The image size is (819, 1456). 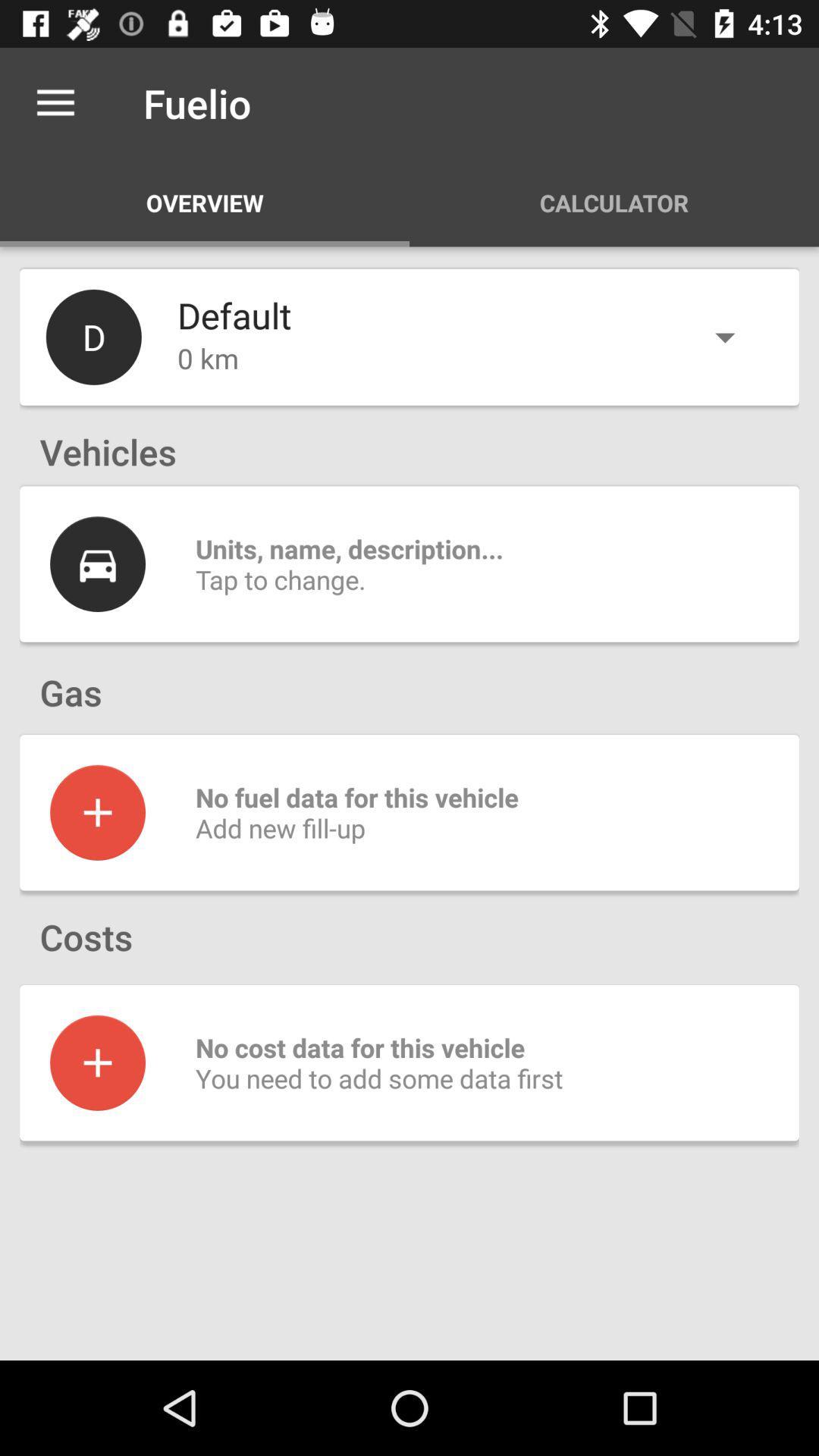 What do you see at coordinates (97, 811) in the screenshot?
I see `the icon below gas` at bounding box center [97, 811].